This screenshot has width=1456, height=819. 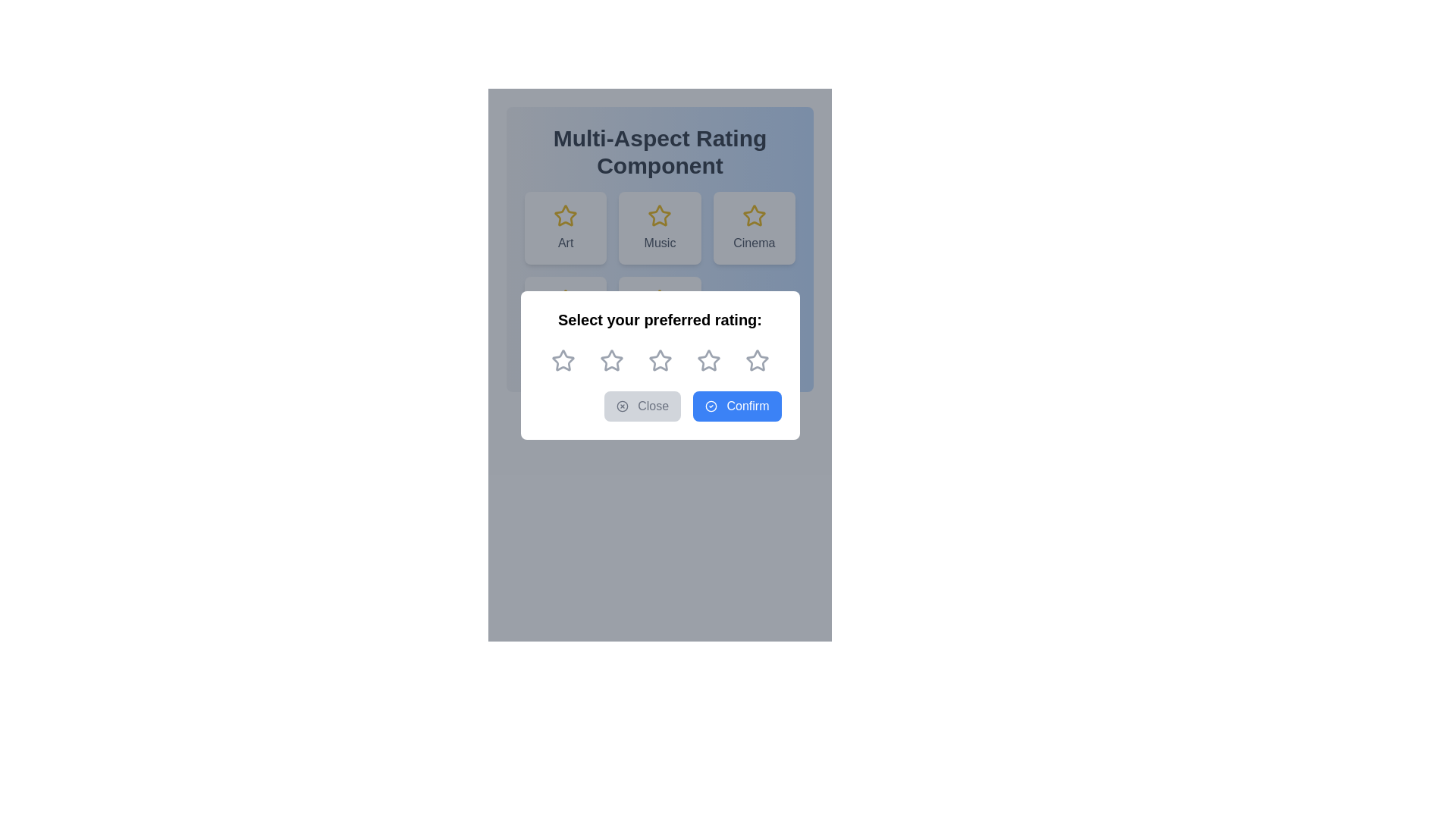 I want to click on the second star in the rating component of the modal dialog, so click(x=660, y=359).